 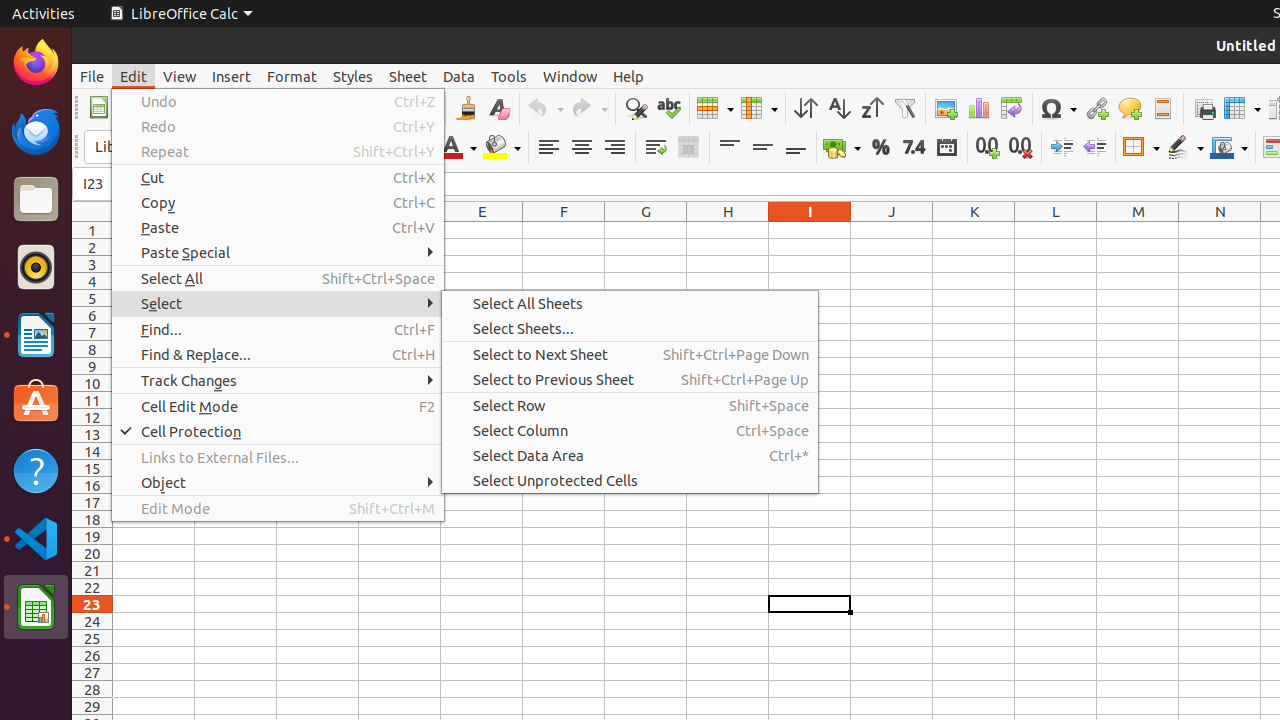 What do you see at coordinates (912, 146) in the screenshot?
I see `'Number'` at bounding box center [912, 146].